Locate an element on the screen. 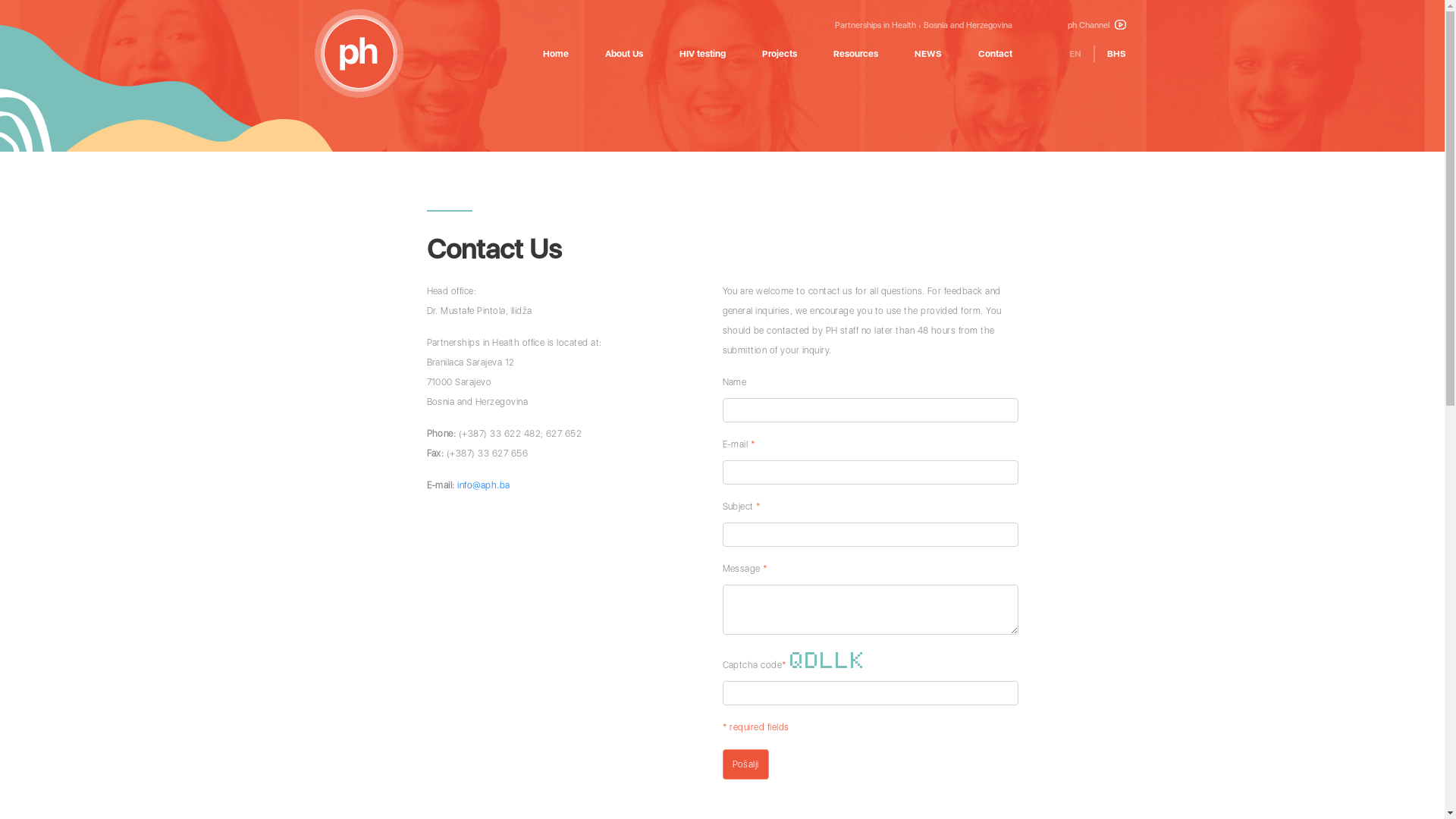  'BHS' is located at coordinates (1116, 52).